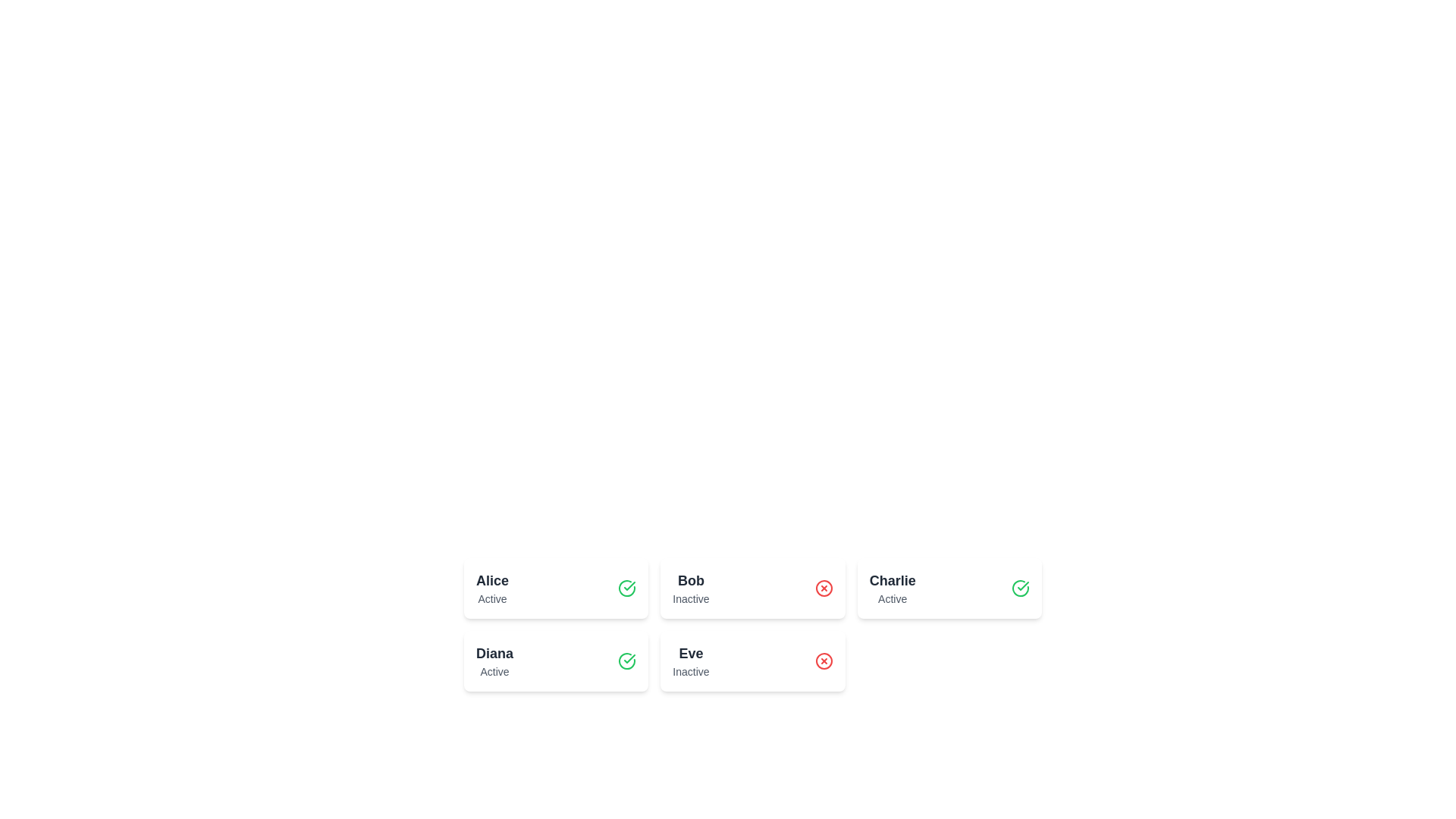 The height and width of the screenshot is (819, 1456). What do you see at coordinates (690, 660) in the screenshot?
I see `the text label displaying 'Eve' with the status 'Inactive' in the card layout located in the bottom row, second from the left` at bounding box center [690, 660].